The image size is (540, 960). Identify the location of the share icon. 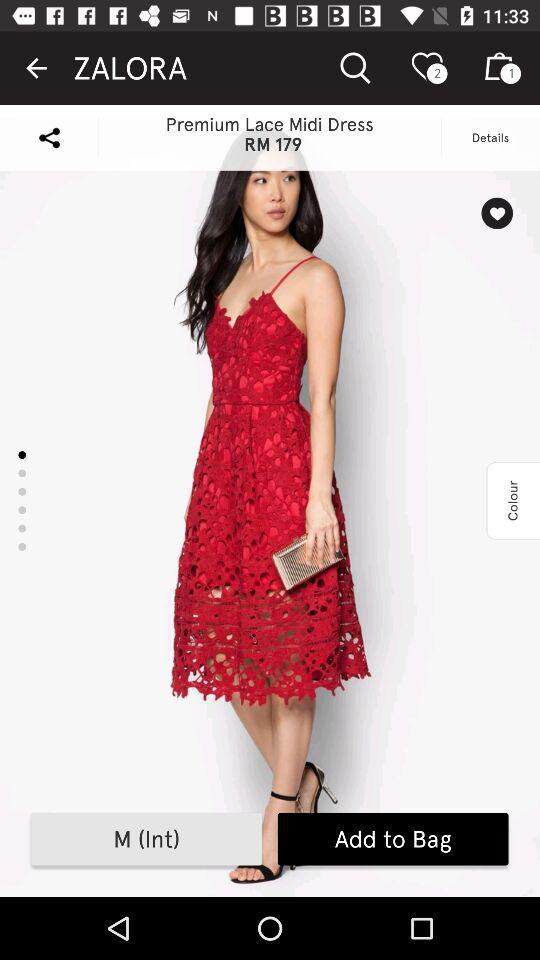
(49, 136).